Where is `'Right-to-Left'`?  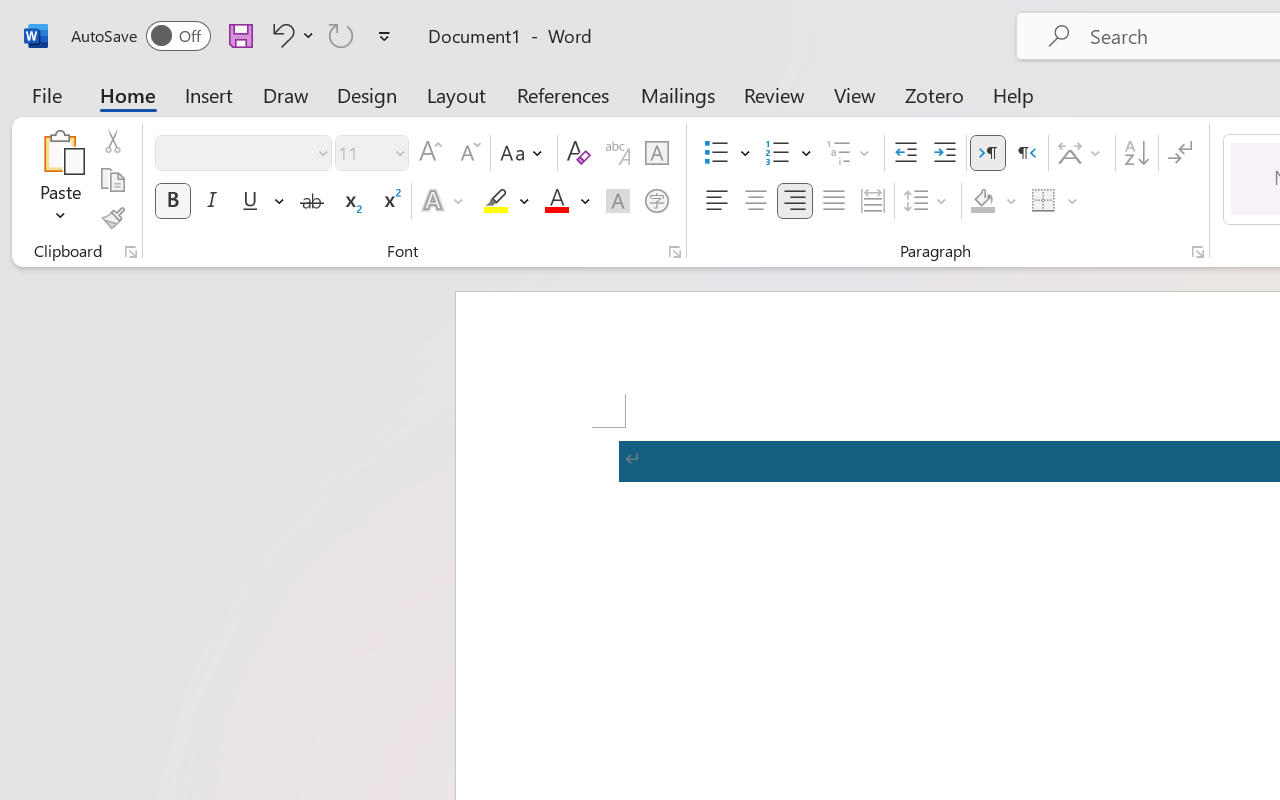
'Right-to-Left' is located at coordinates (1026, 153).